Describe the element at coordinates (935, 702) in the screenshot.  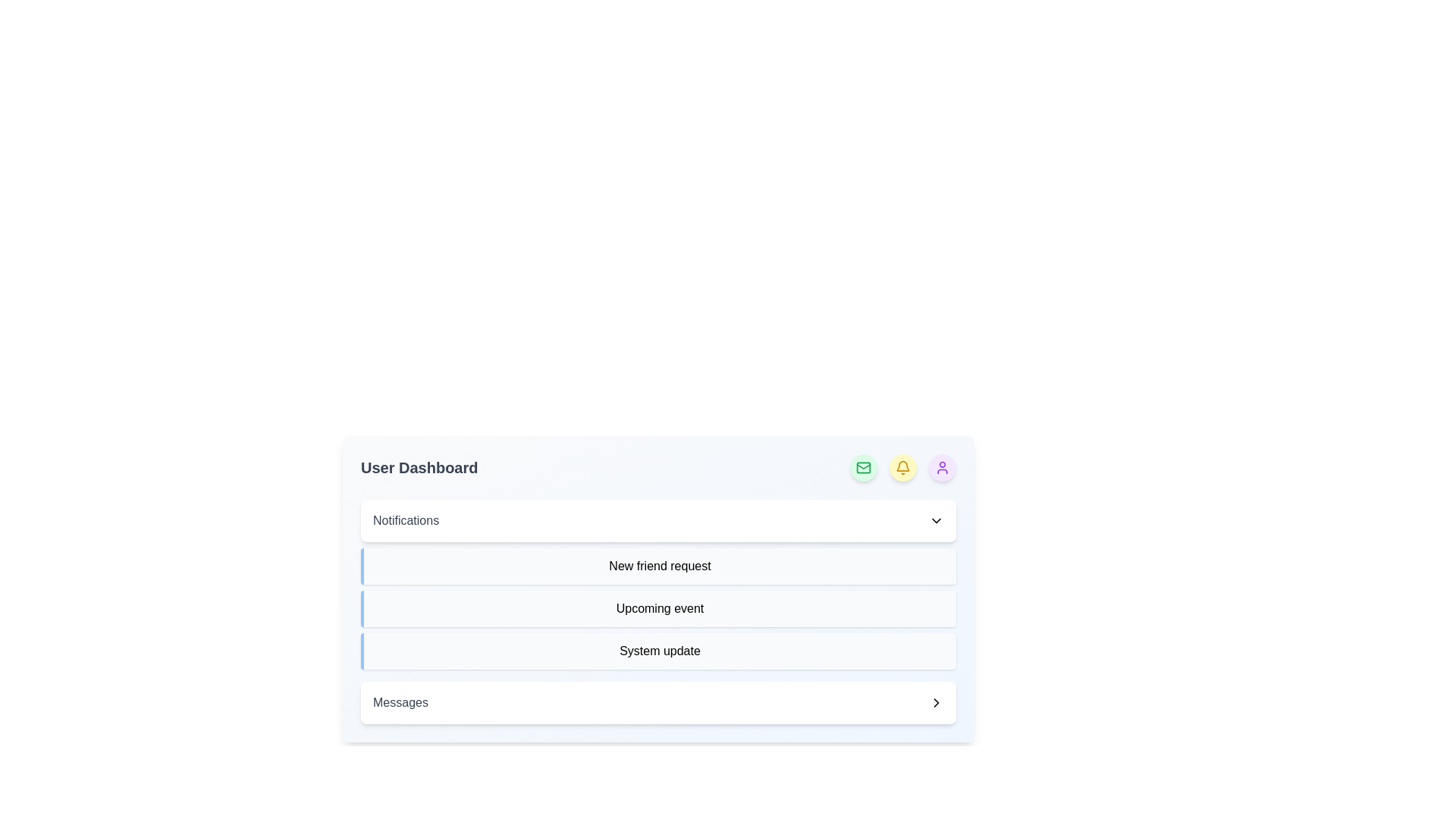
I see `the right-pointing chevron arrow icon located in the rightmost section of the dashboard` at that location.